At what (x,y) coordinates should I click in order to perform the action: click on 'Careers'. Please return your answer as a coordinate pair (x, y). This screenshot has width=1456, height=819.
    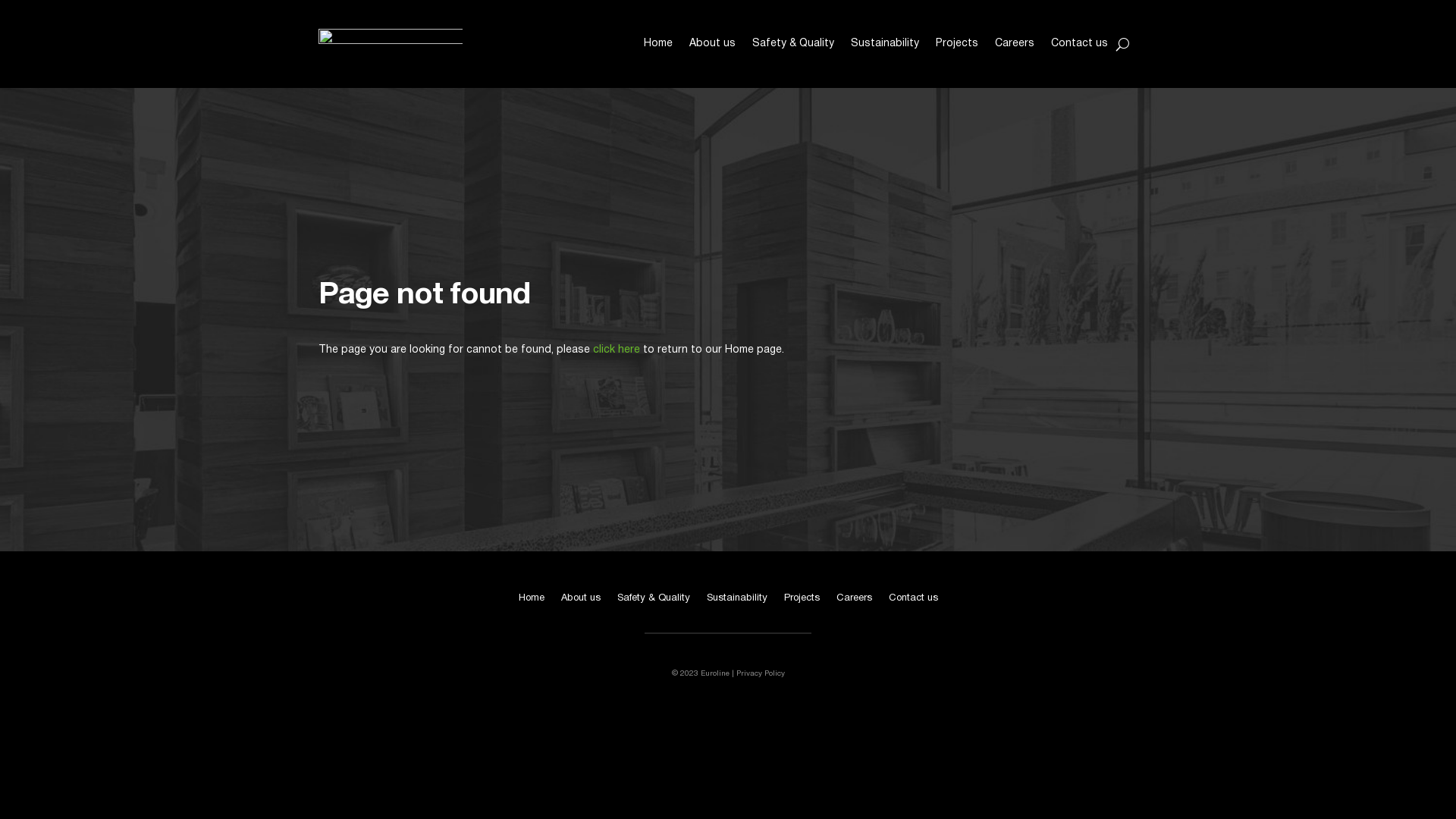
    Looking at the image, I should click on (1015, 42).